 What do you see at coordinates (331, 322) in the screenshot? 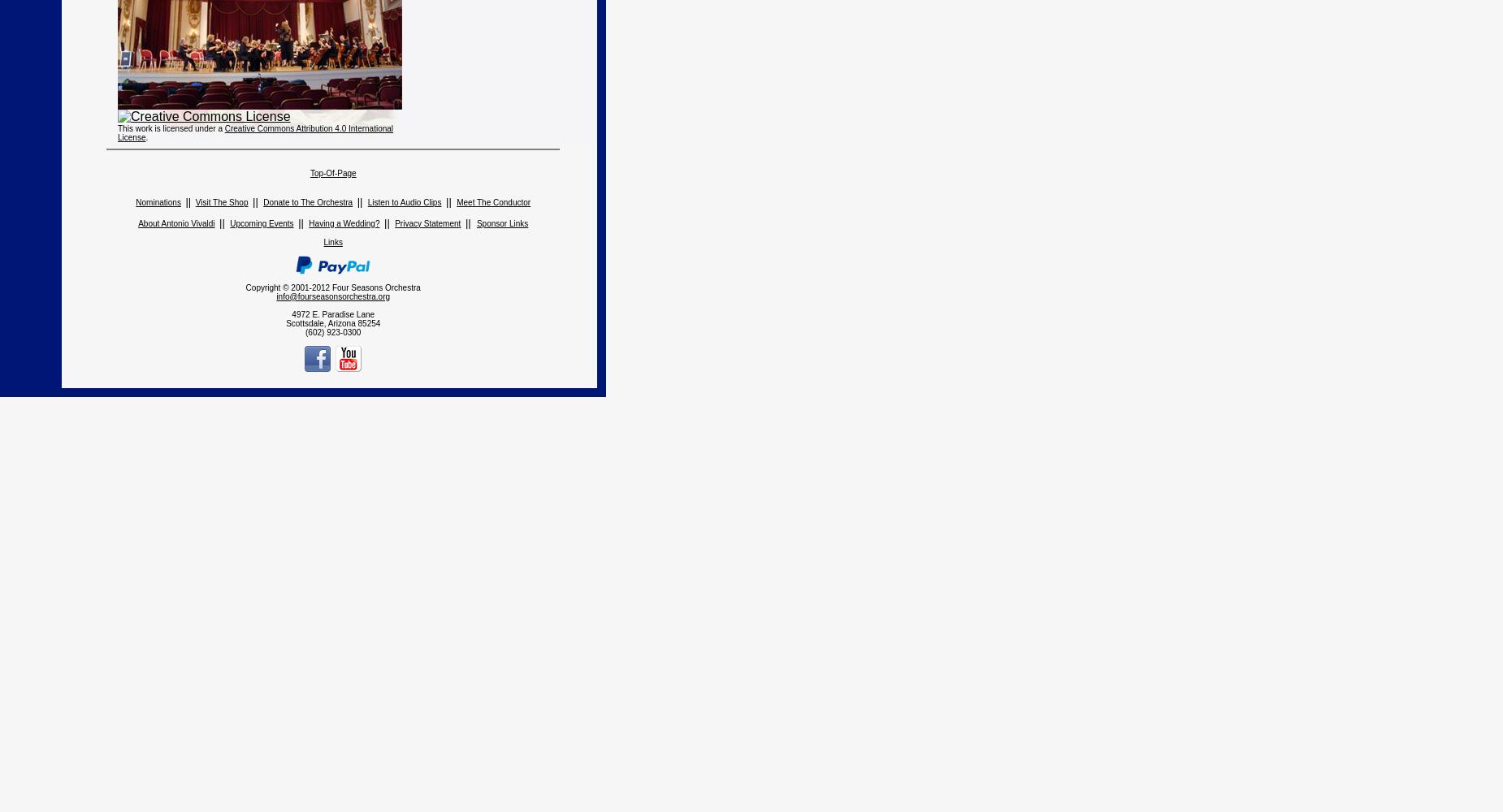
I see `'Scottsdale, Arizona 85254'` at bounding box center [331, 322].